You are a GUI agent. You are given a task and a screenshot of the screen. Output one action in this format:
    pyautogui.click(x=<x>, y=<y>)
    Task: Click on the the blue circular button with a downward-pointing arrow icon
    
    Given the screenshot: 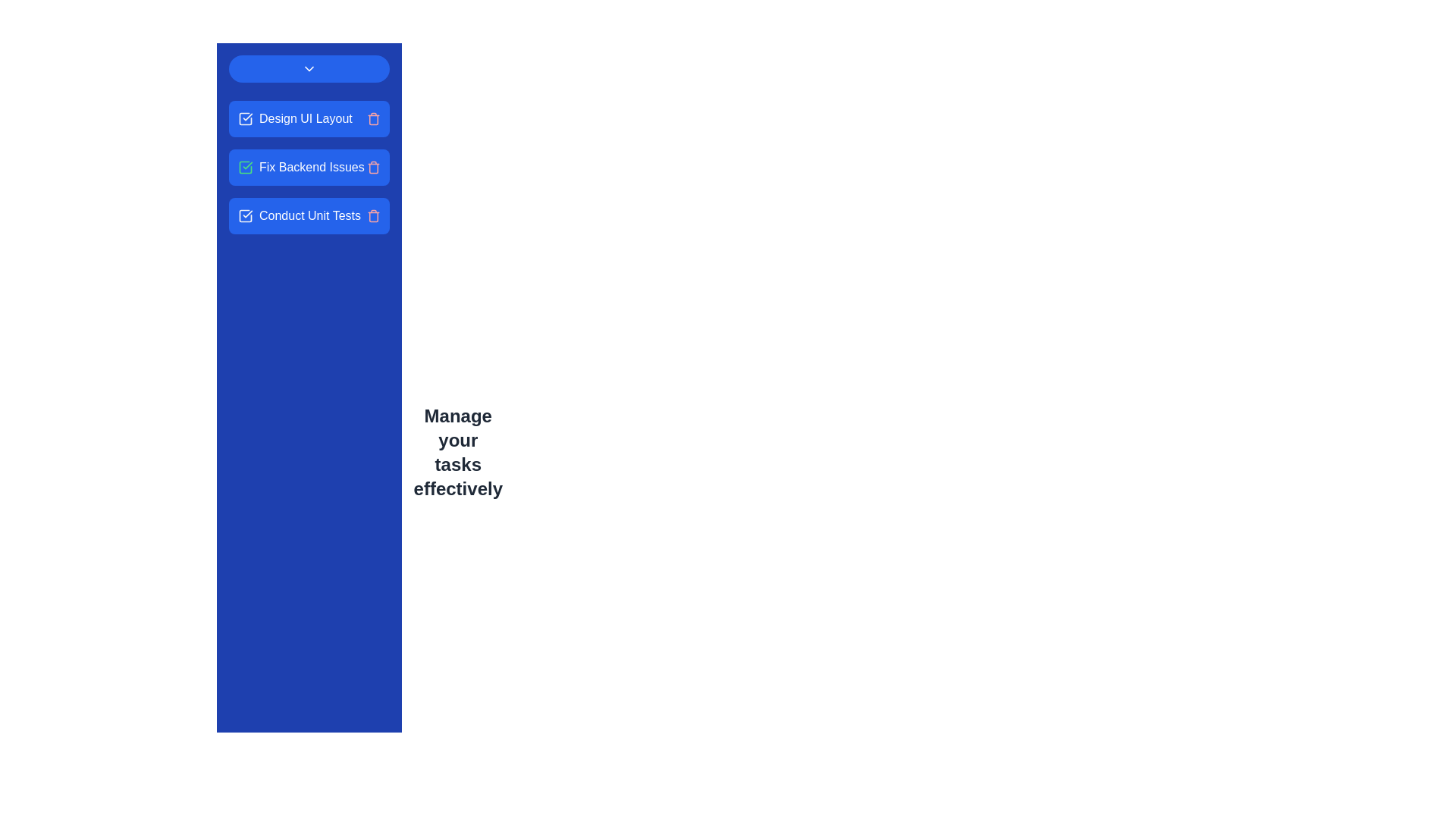 What is the action you would take?
    pyautogui.click(x=308, y=69)
    